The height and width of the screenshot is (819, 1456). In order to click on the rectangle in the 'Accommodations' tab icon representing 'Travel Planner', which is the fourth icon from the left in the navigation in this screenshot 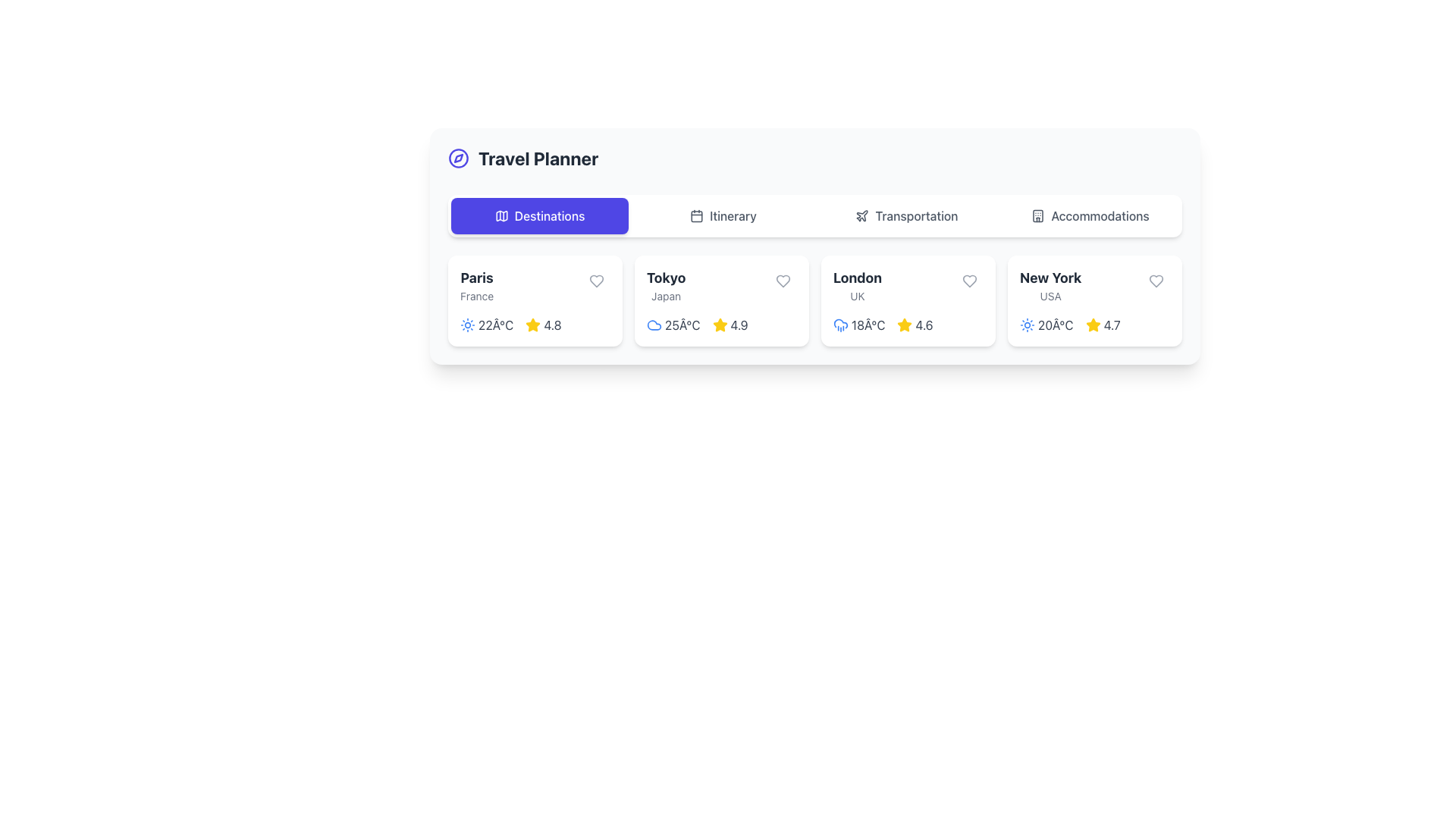, I will do `click(1037, 216)`.